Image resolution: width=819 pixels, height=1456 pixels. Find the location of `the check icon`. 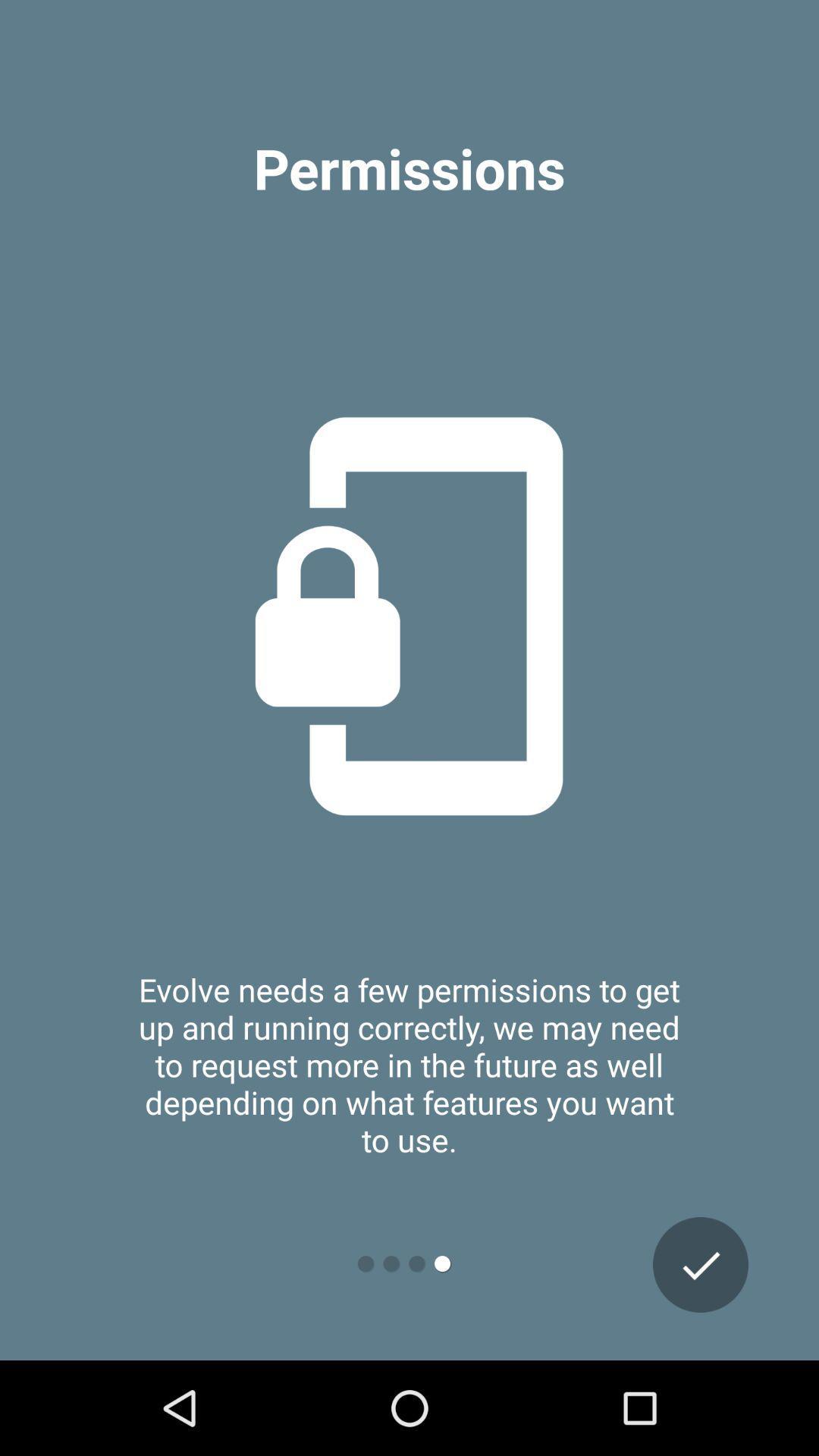

the check icon is located at coordinates (701, 1264).